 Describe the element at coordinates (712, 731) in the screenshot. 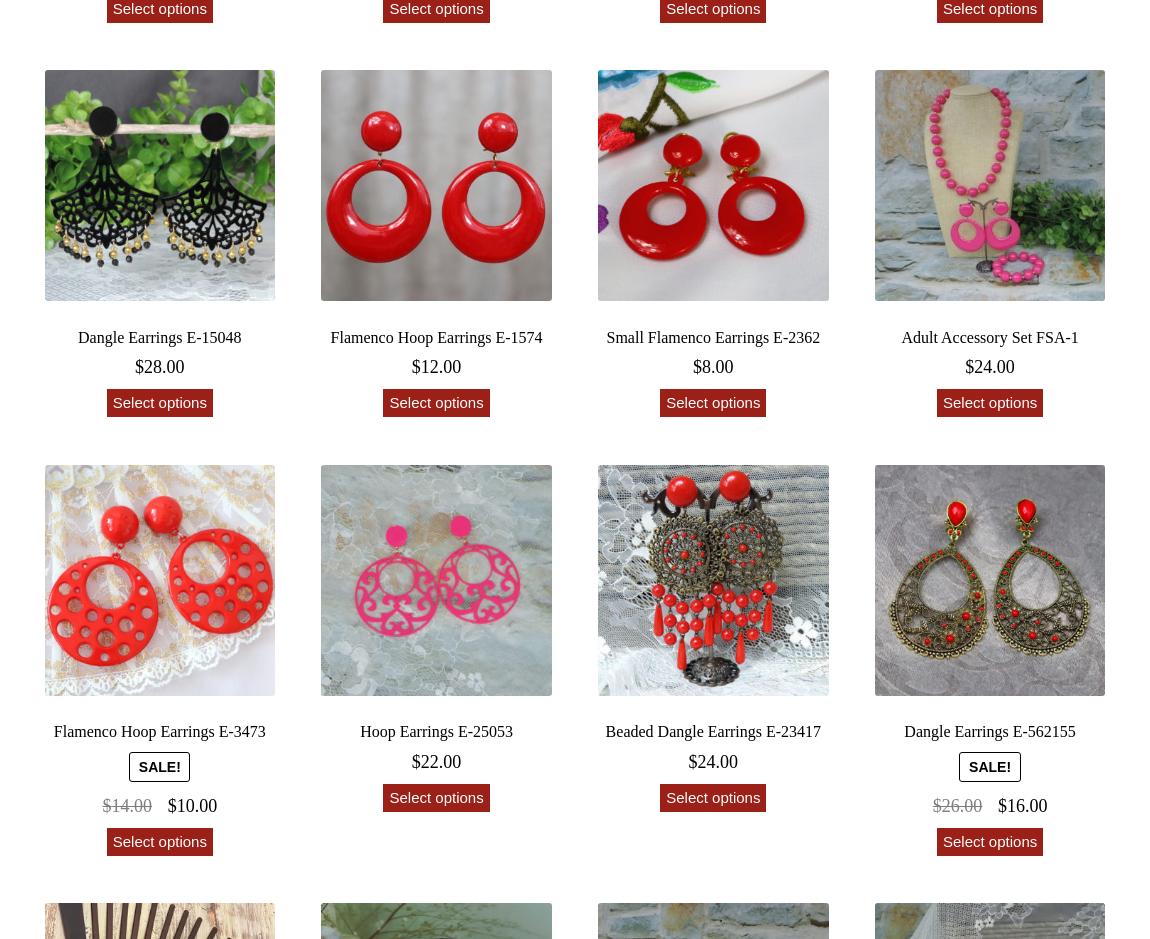

I see `'Beaded Dangle Earrings E-23417'` at that location.